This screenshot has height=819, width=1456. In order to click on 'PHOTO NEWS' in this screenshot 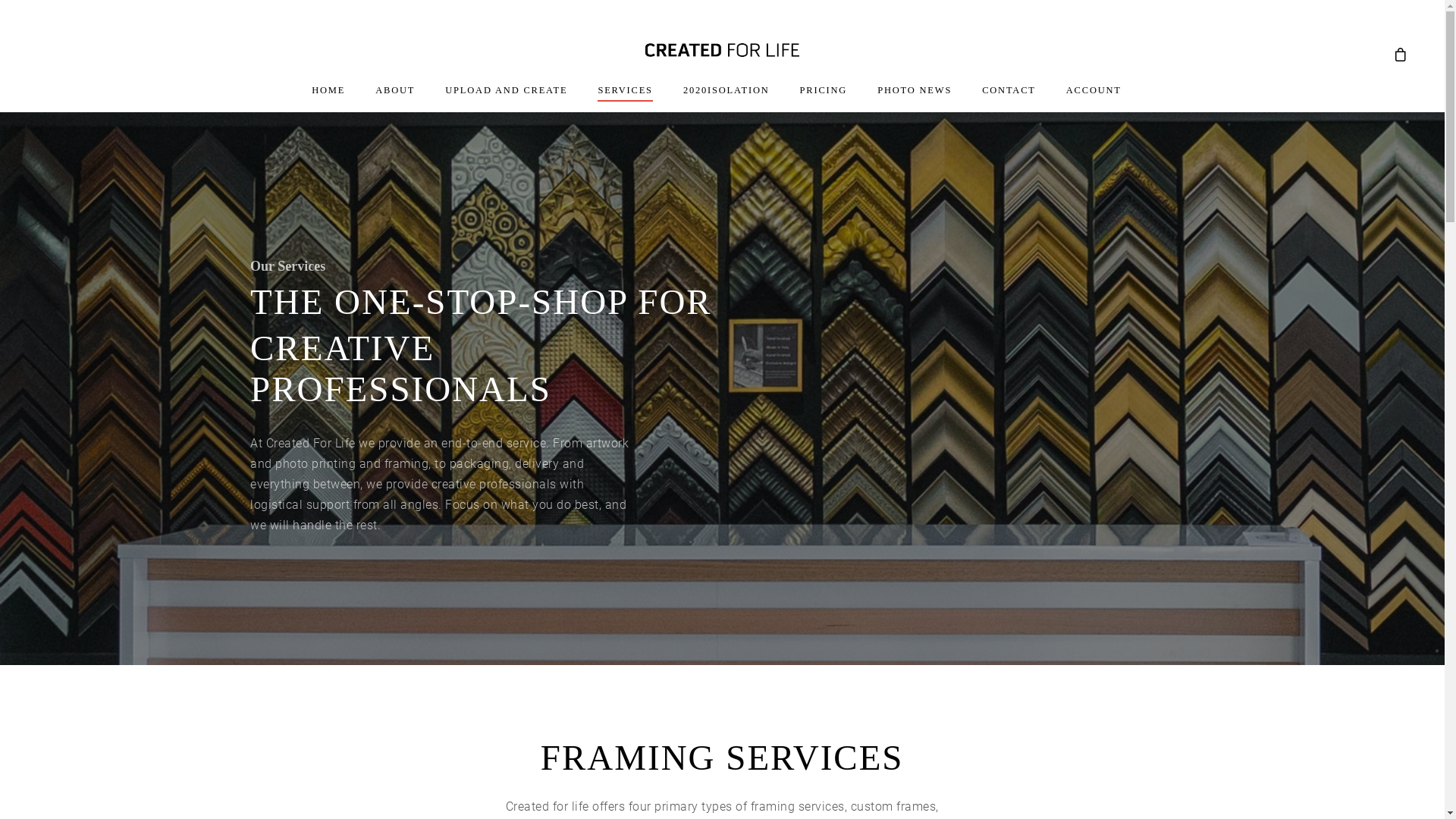, I will do `click(913, 98)`.